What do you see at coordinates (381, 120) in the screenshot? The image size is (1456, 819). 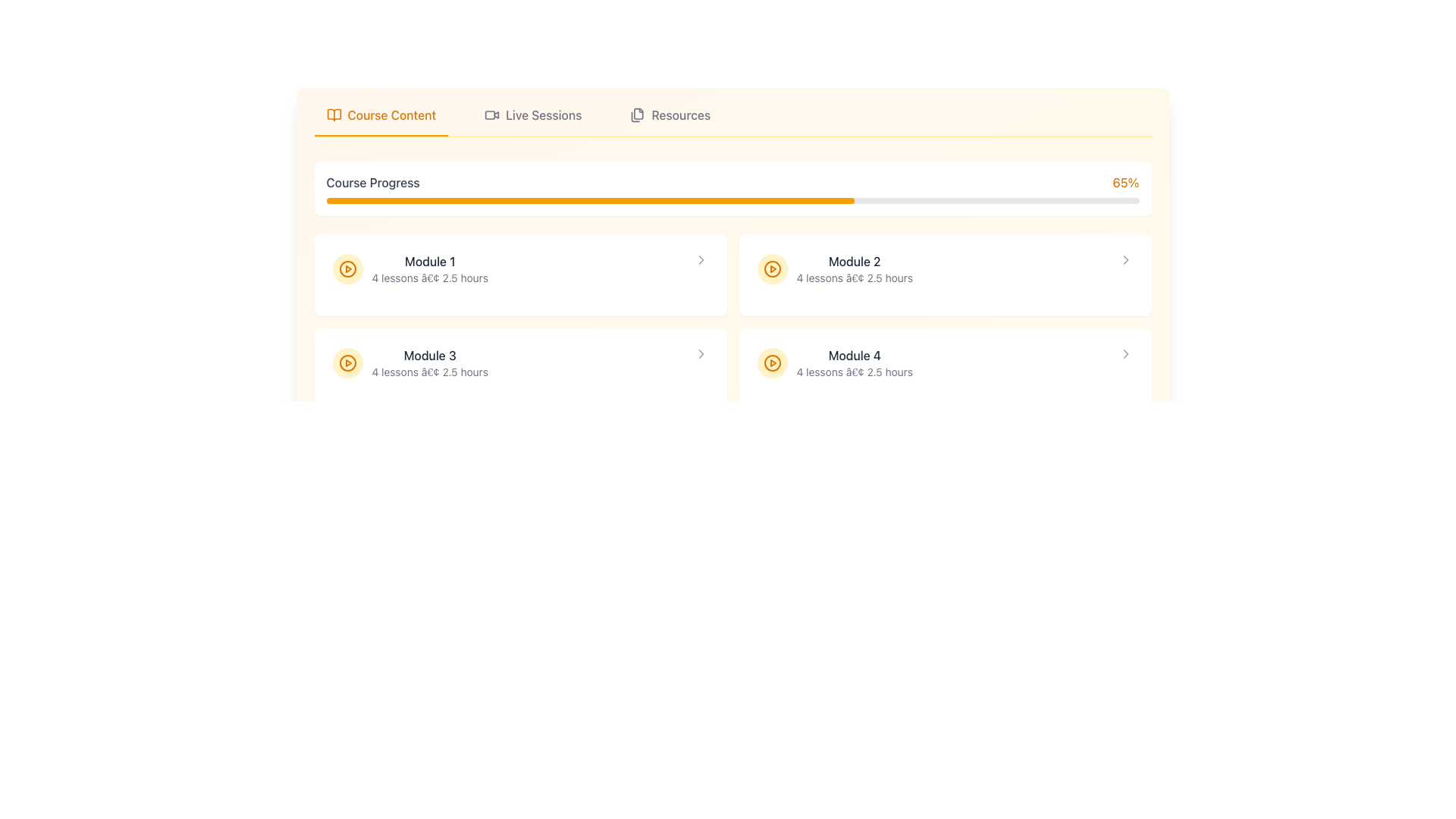 I see `the 'Course Content' tab in the top navigation bar` at bounding box center [381, 120].